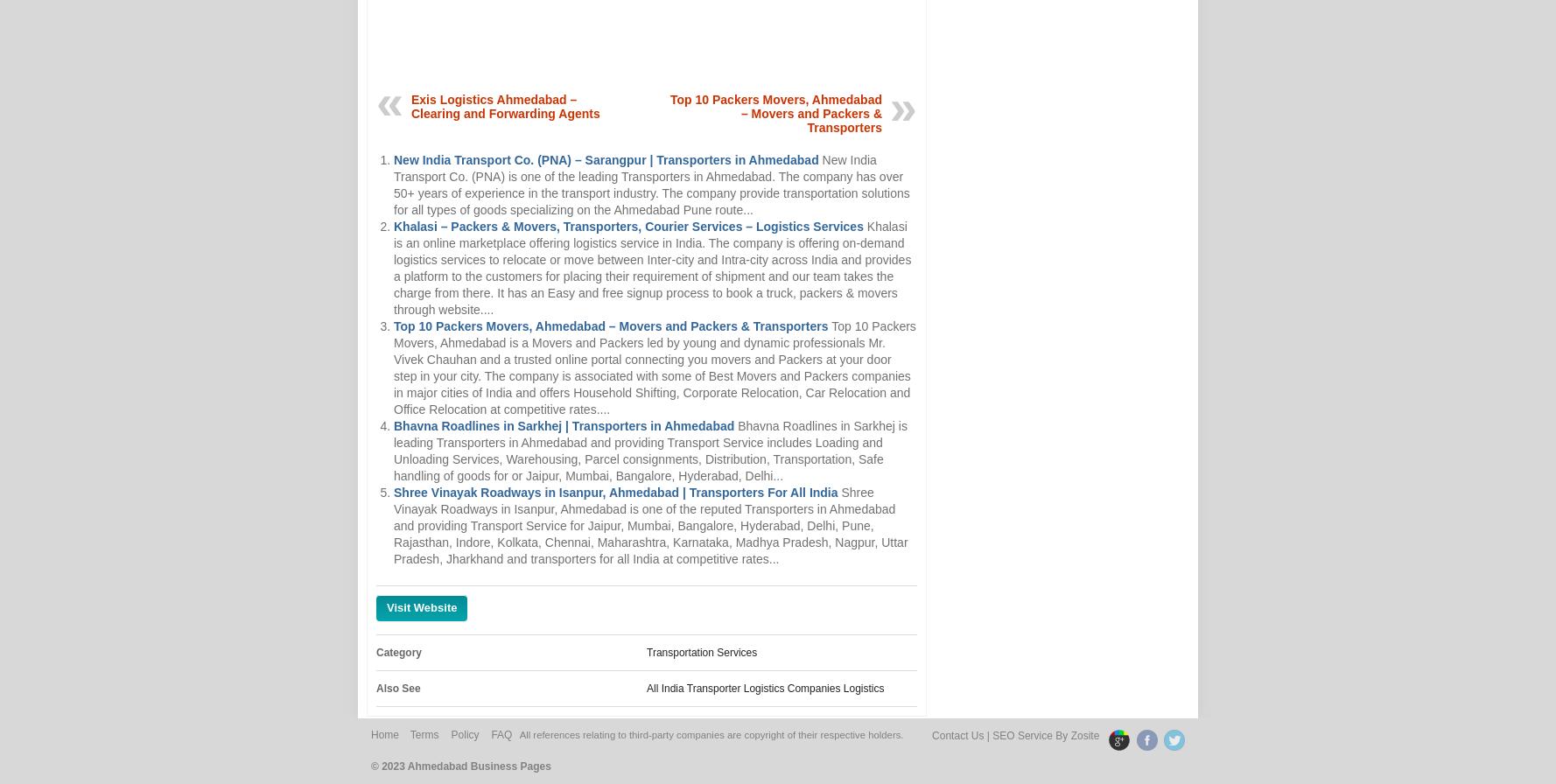  I want to click on 'Transport Companies', so click(697, 740).